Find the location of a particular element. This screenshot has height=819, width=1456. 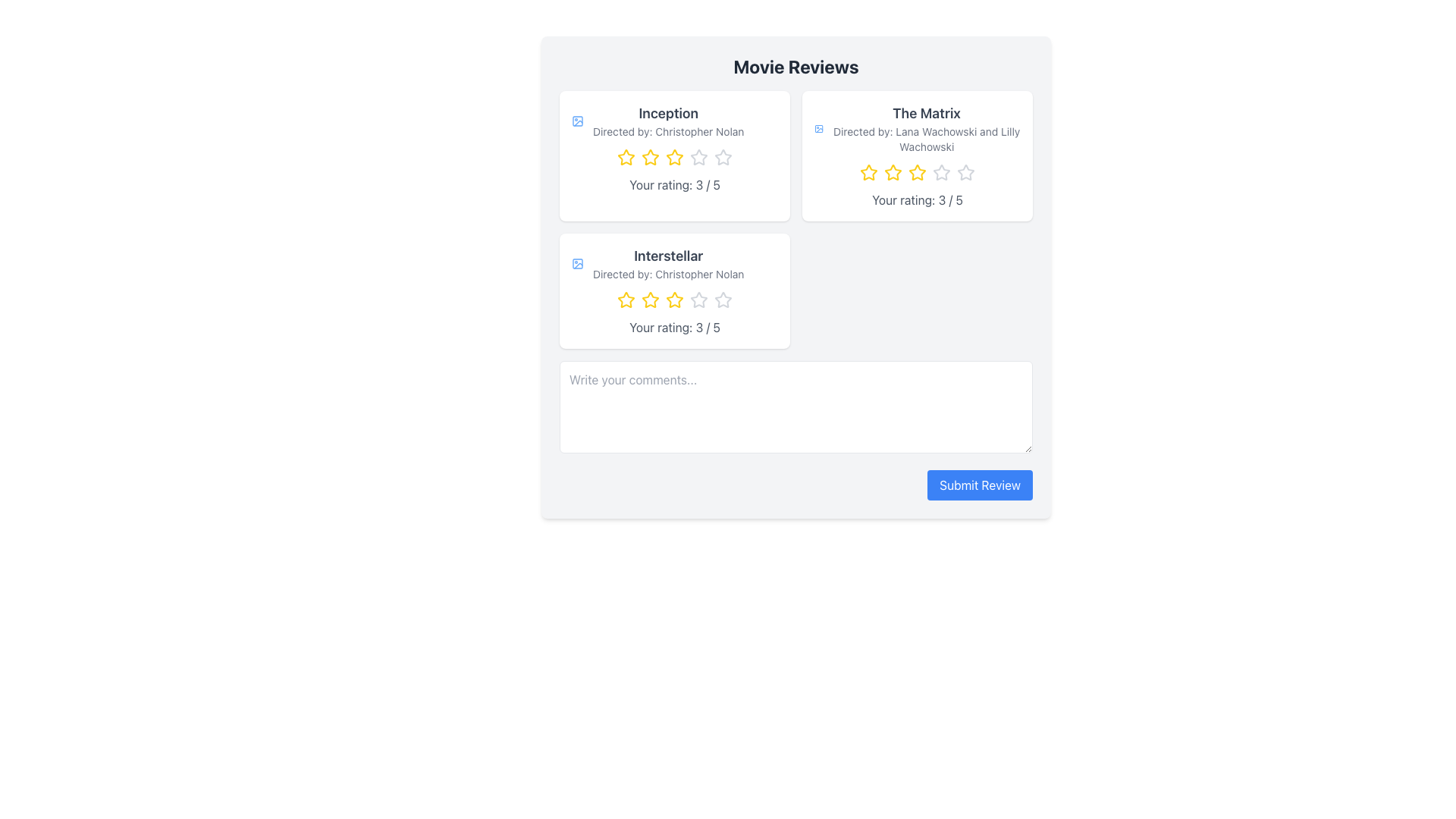

the third star icon in the five-star rating system located in the review card for 'Interstellar' is located at coordinates (698, 300).